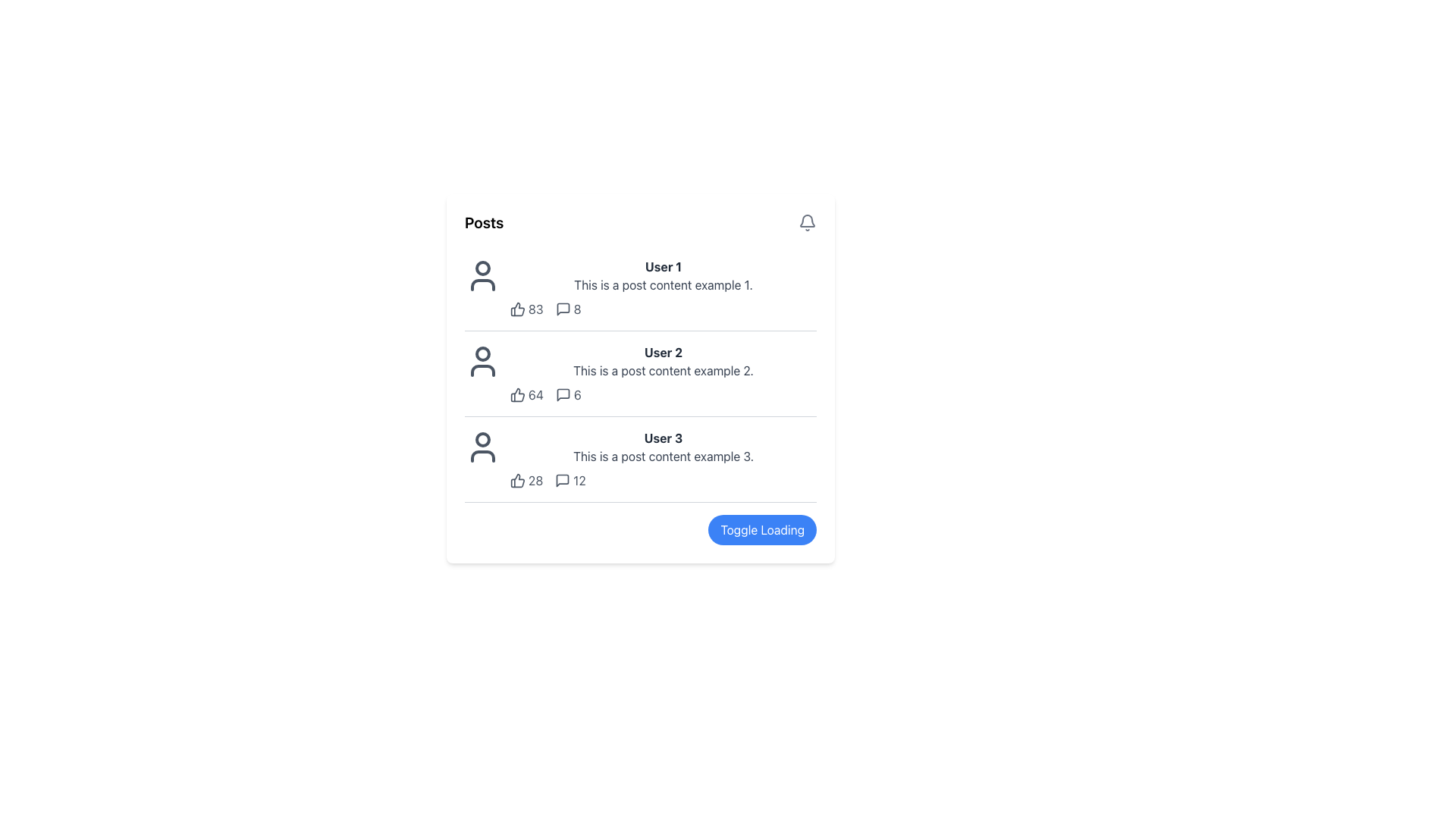 This screenshot has width=1456, height=819. What do you see at coordinates (576, 309) in the screenshot?
I see `the static label displaying the numeric value (8) indicating the count of comments for the associated post, which is positioned to the right of the comment icon in the top post of the interface` at bounding box center [576, 309].